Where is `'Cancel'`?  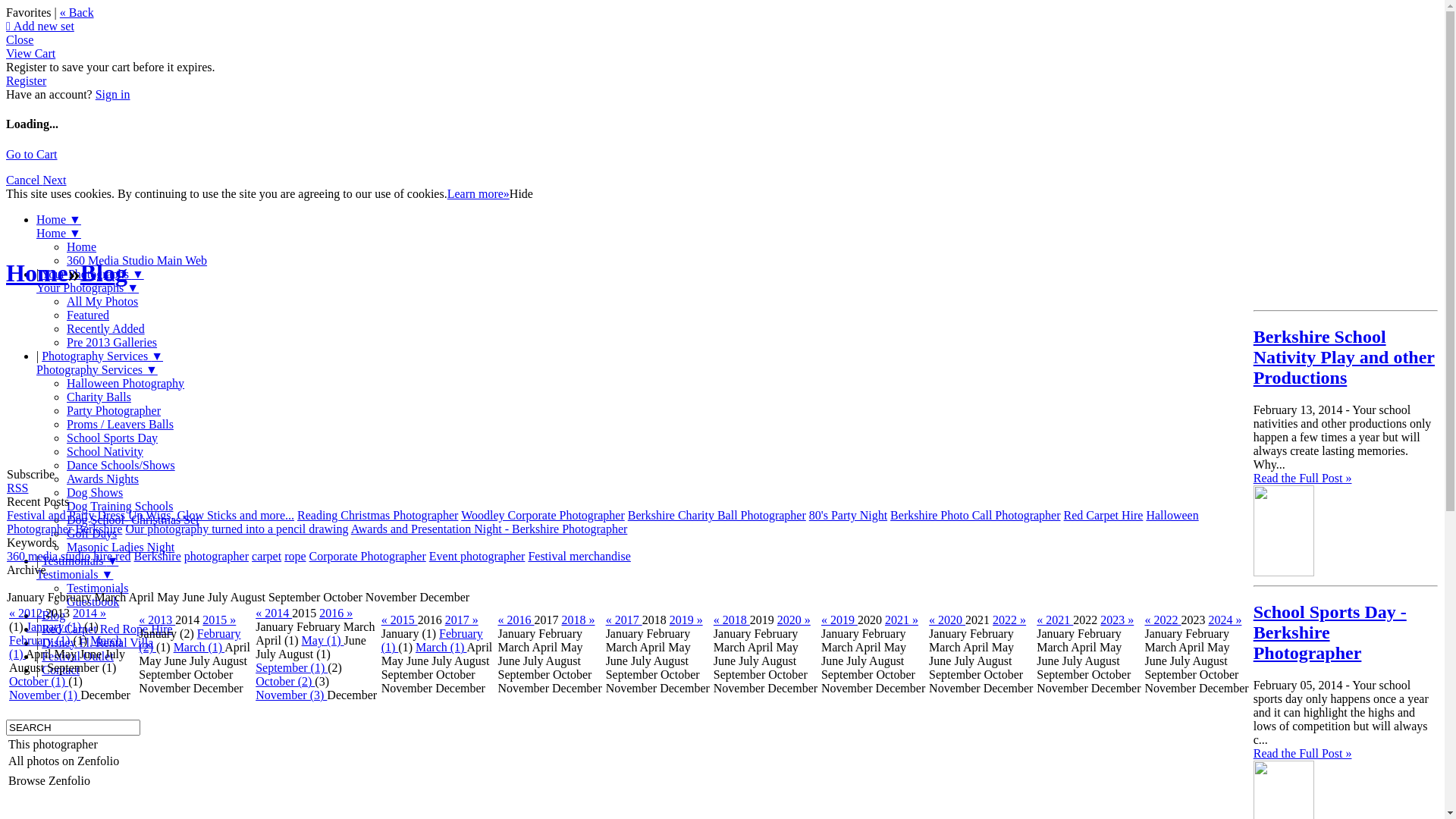 'Cancel' is located at coordinates (24, 179).